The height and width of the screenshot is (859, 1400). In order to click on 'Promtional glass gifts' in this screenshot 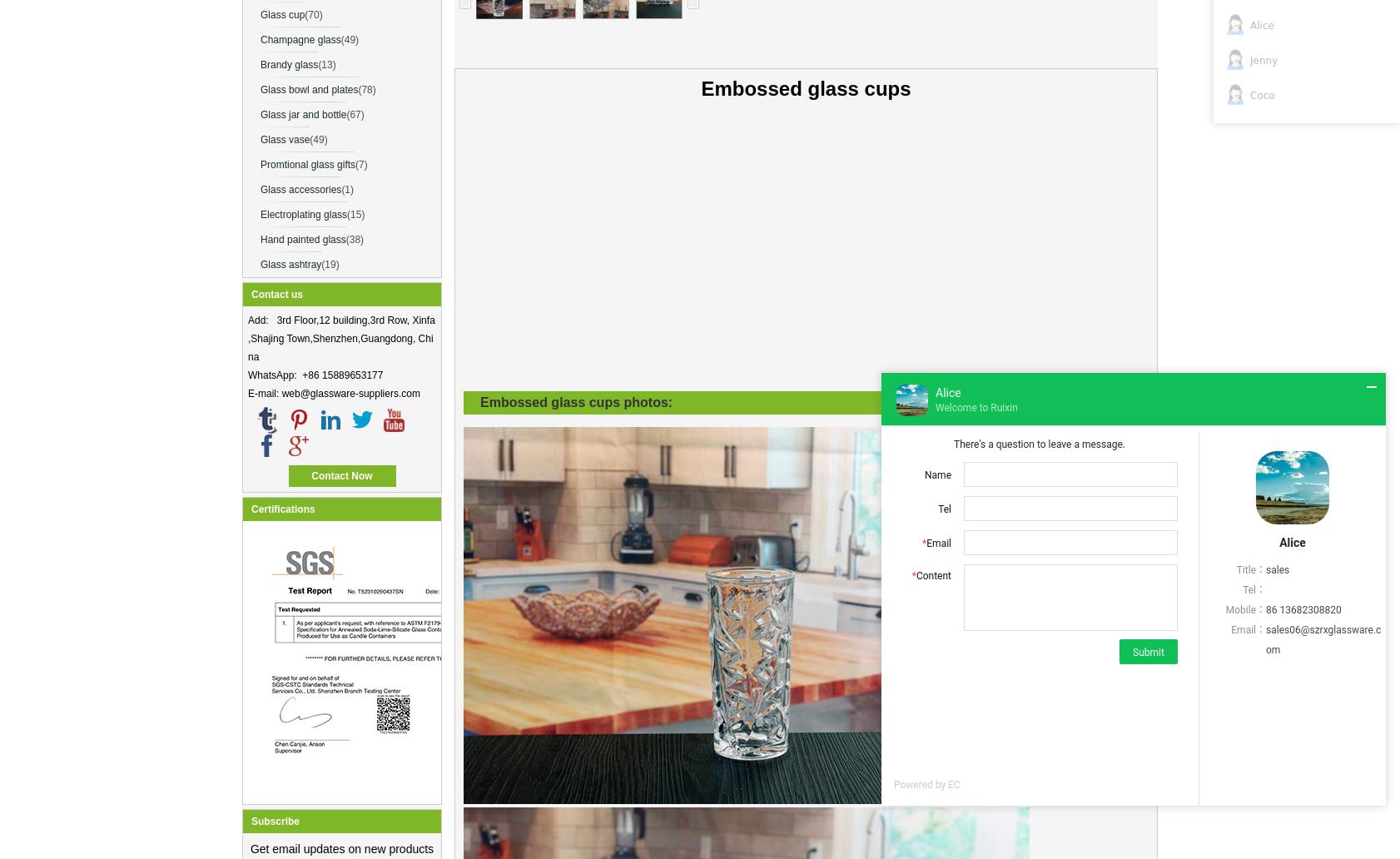, I will do `click(307, 164)`.